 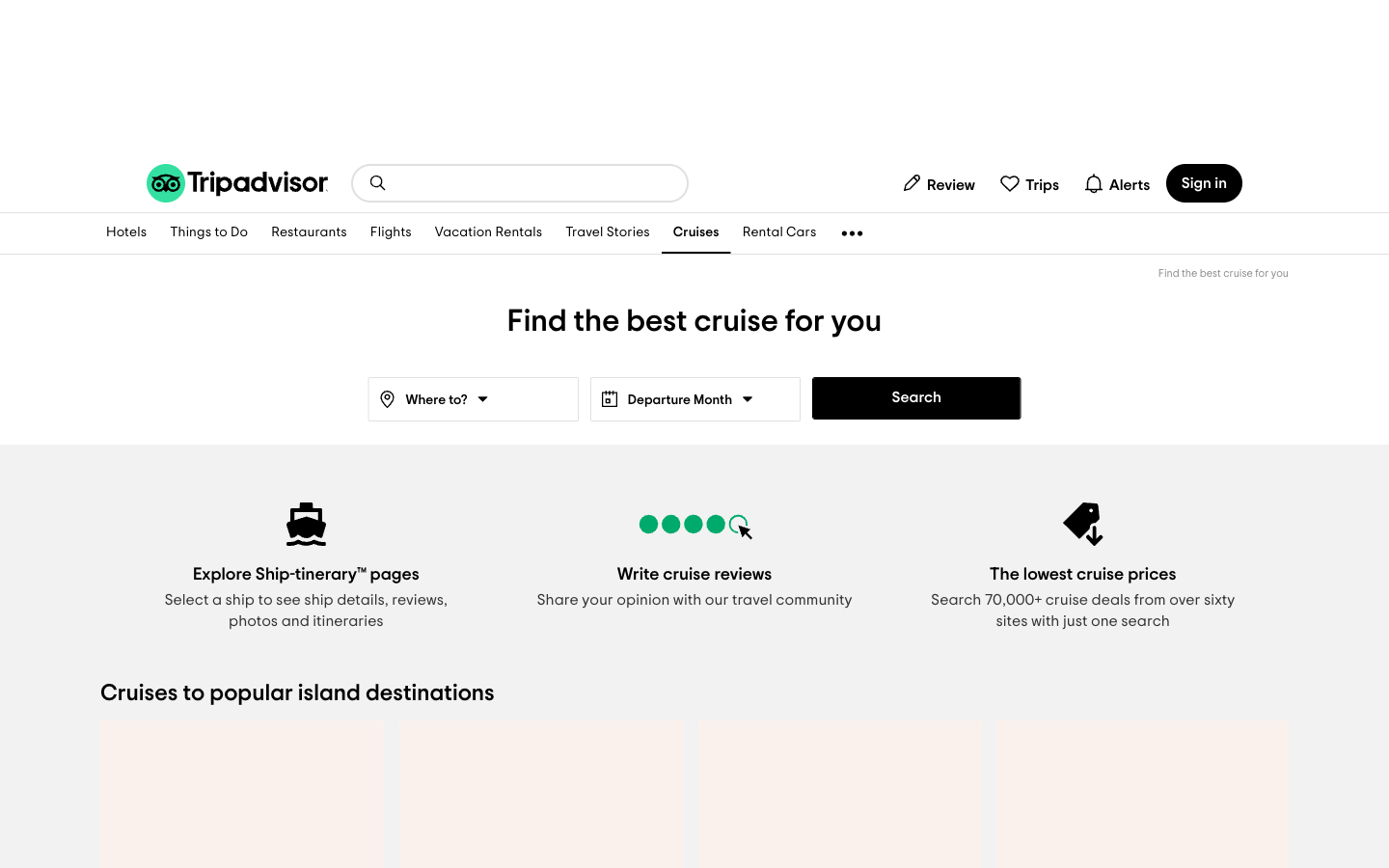 I want to click on sign-in page, so click(x=1203, y=182).